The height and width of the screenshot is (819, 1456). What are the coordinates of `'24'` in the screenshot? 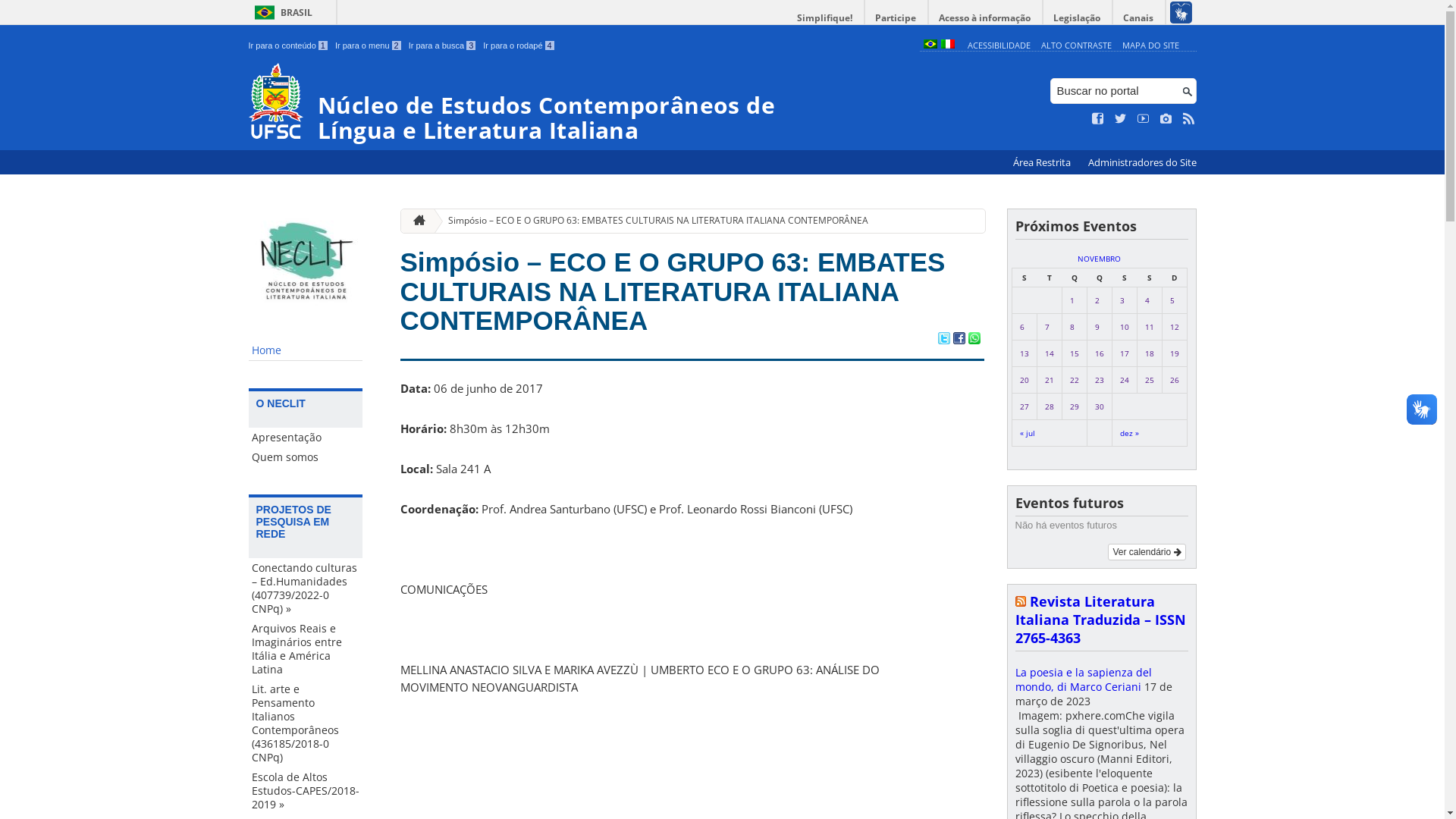 It's located at (1124, 379).